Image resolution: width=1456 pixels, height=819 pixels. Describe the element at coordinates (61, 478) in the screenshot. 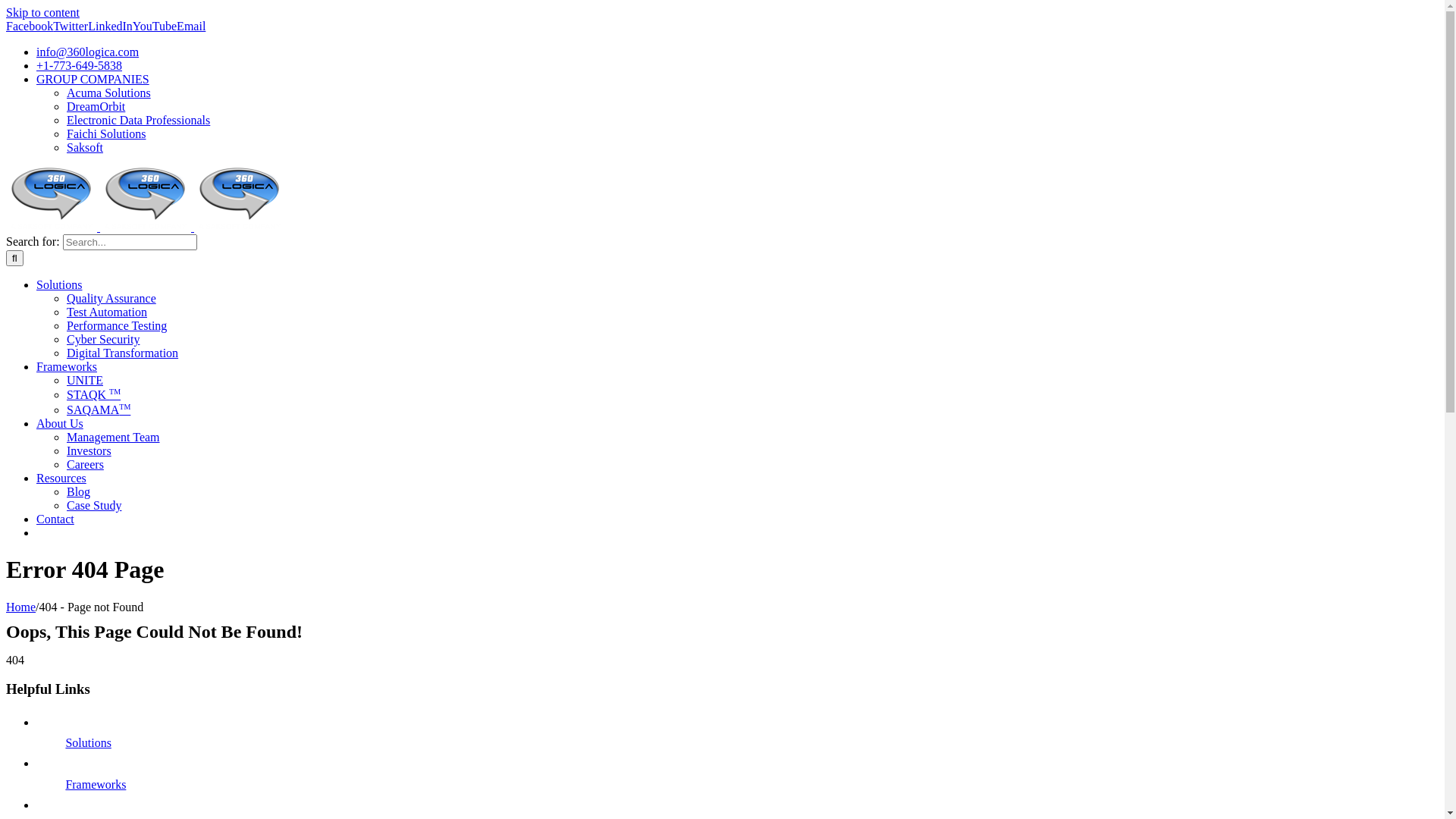

I see `'Resources'` at that location.